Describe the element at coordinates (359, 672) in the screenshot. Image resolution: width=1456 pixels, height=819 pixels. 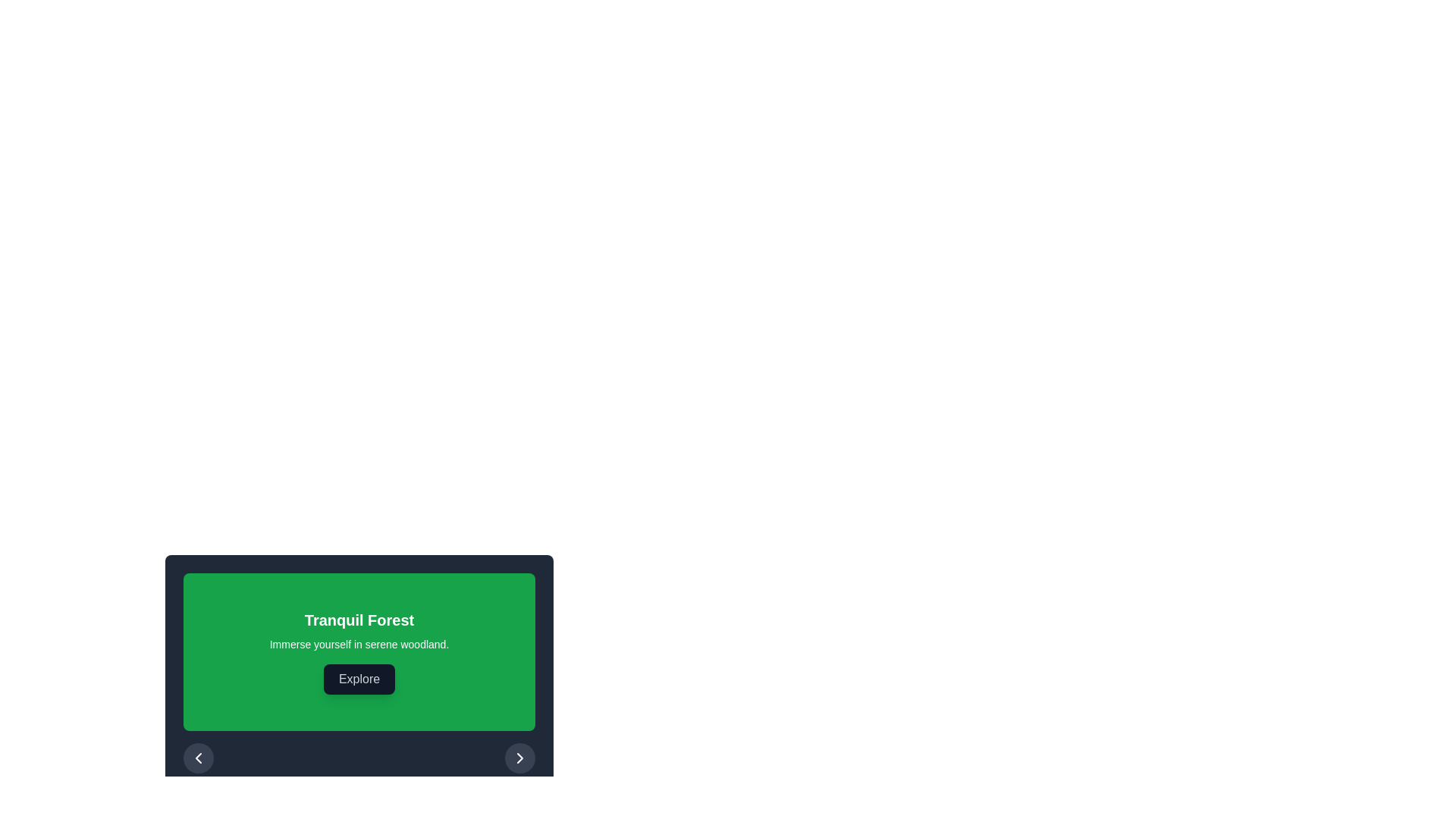
I see `descriptive text within the prominent dark-colored card that has a green background, white text headers, and a black 'Explore' button, located at the center of the display` at that location.